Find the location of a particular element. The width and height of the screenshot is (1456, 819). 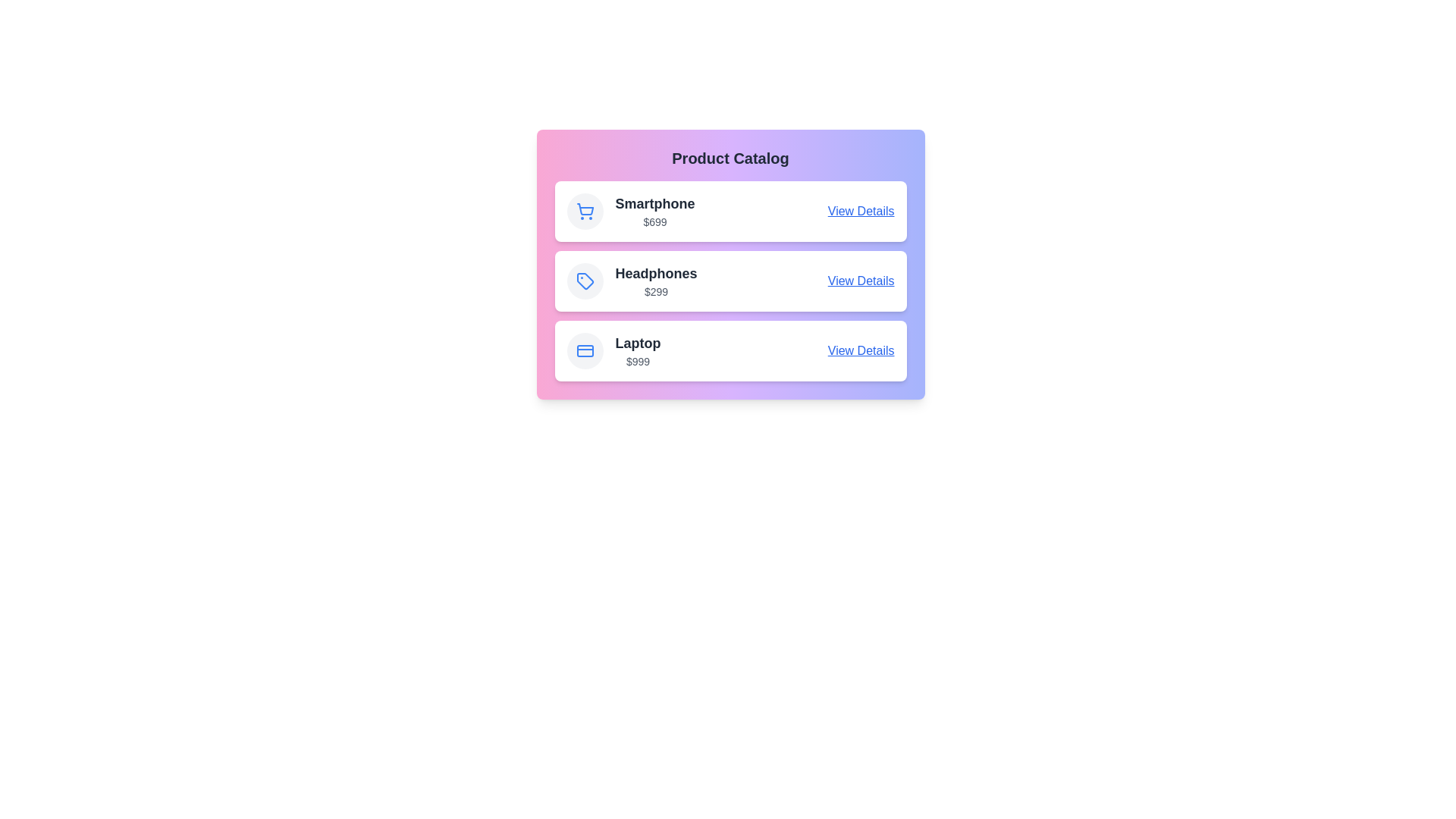

the 'View Details' link for the Headphones product is located at coordinates (861, 281).